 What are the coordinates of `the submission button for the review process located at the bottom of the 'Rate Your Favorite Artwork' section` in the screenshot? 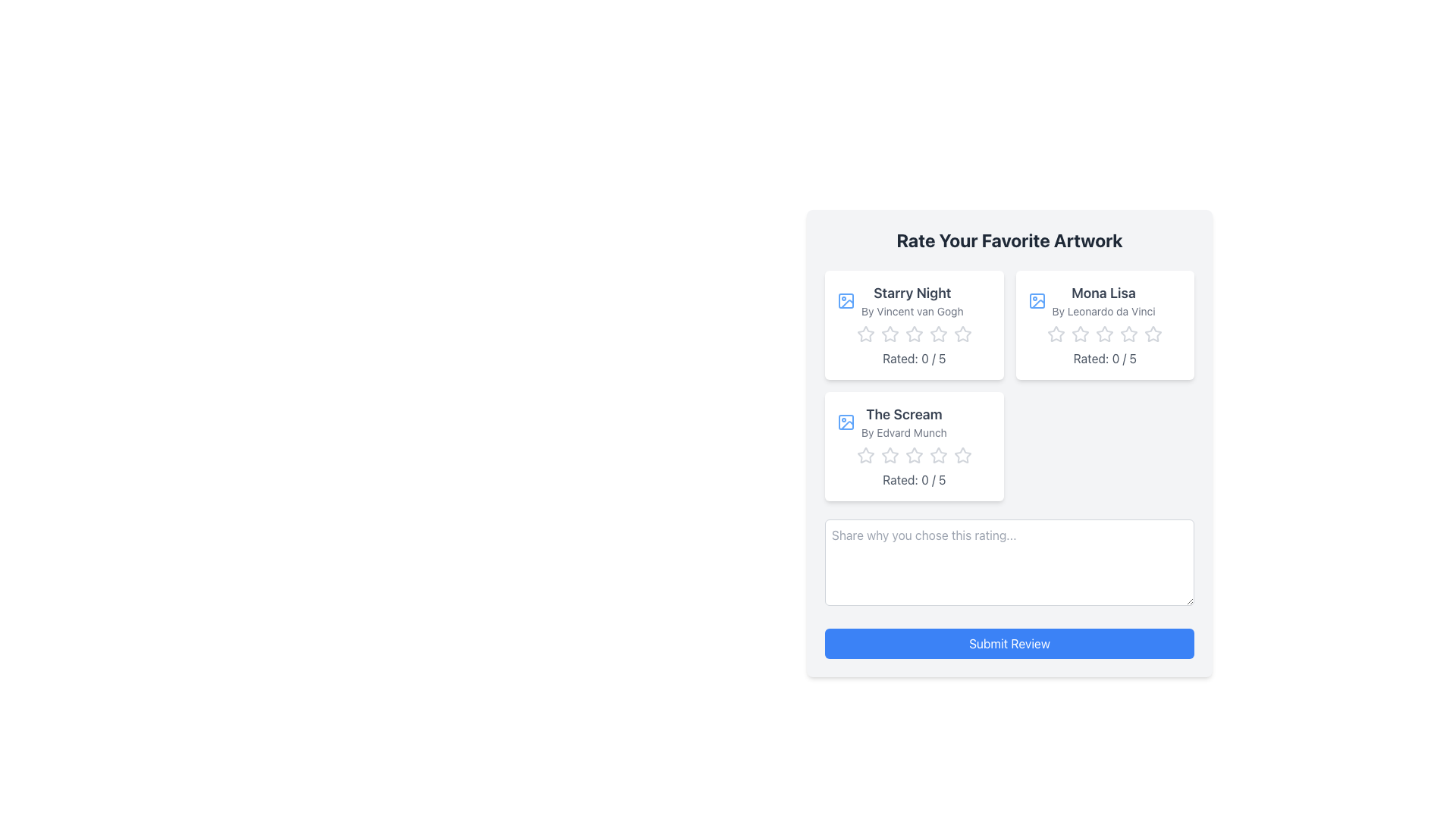 It's located at (1009, 643).